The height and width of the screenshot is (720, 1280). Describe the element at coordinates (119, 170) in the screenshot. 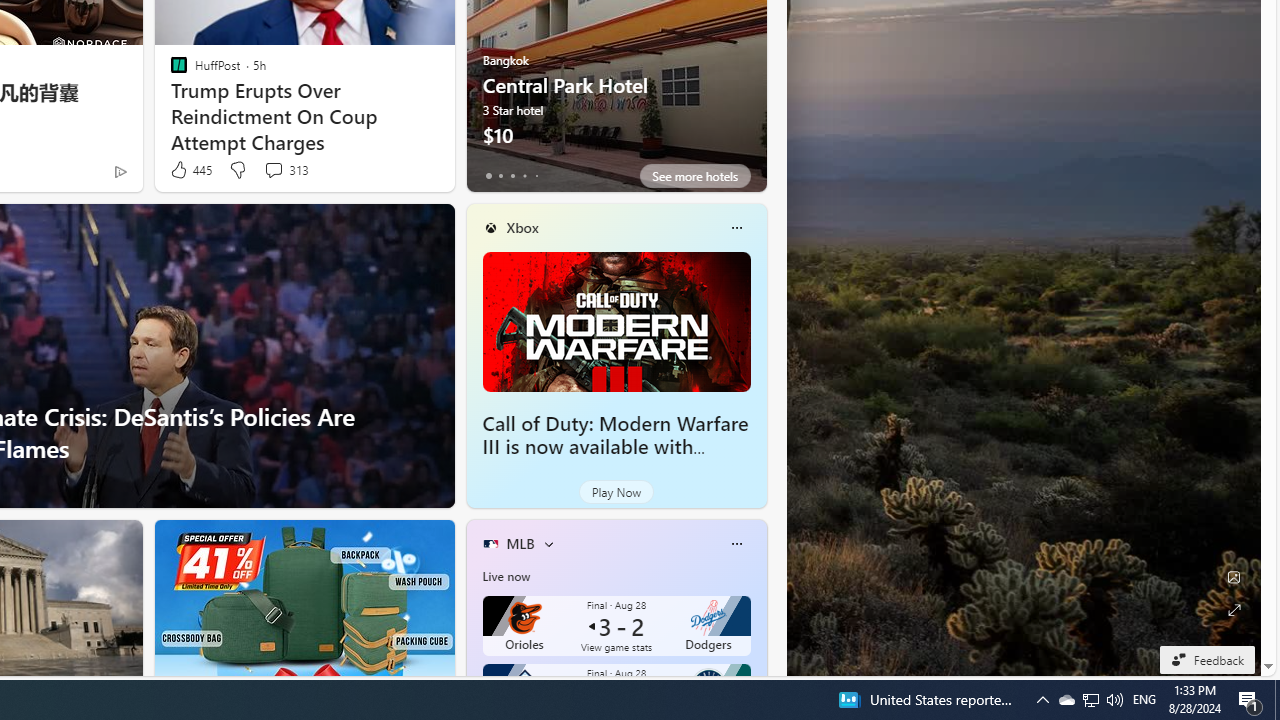

I see `'Ad Choice'` at that location.